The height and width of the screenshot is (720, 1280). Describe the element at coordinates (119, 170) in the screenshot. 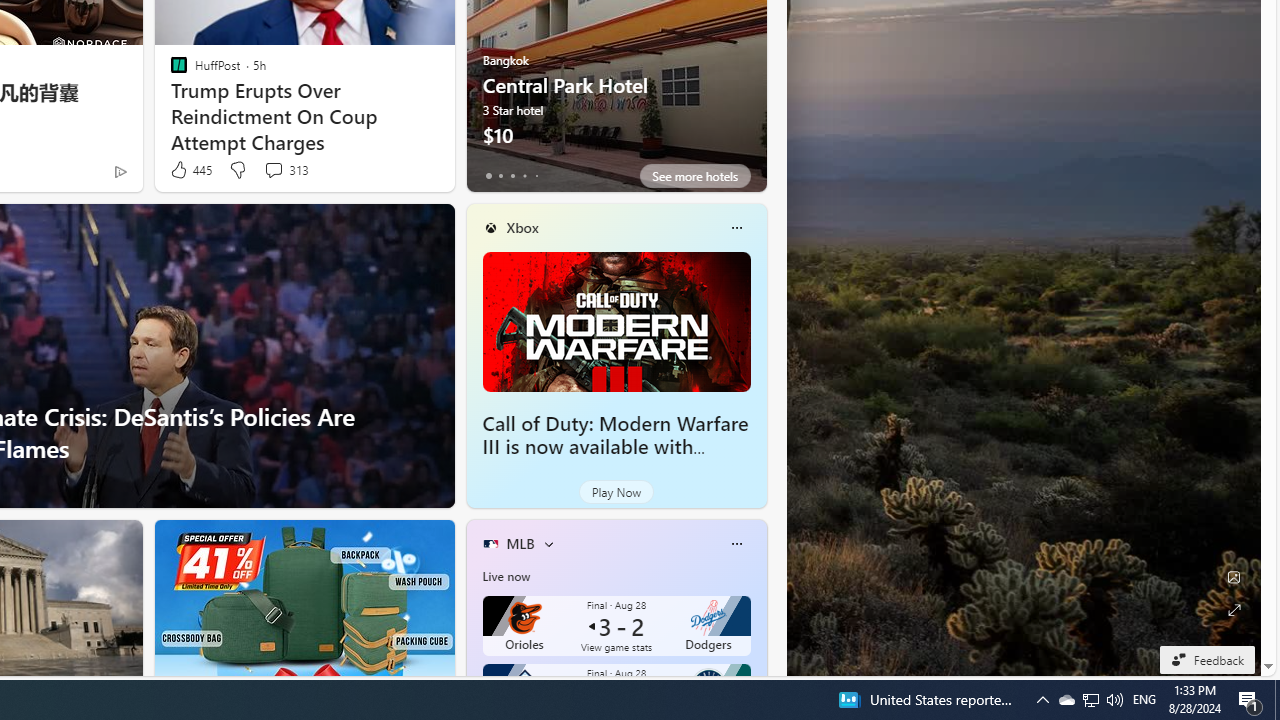

I see `'Ad Choice'` at that location.